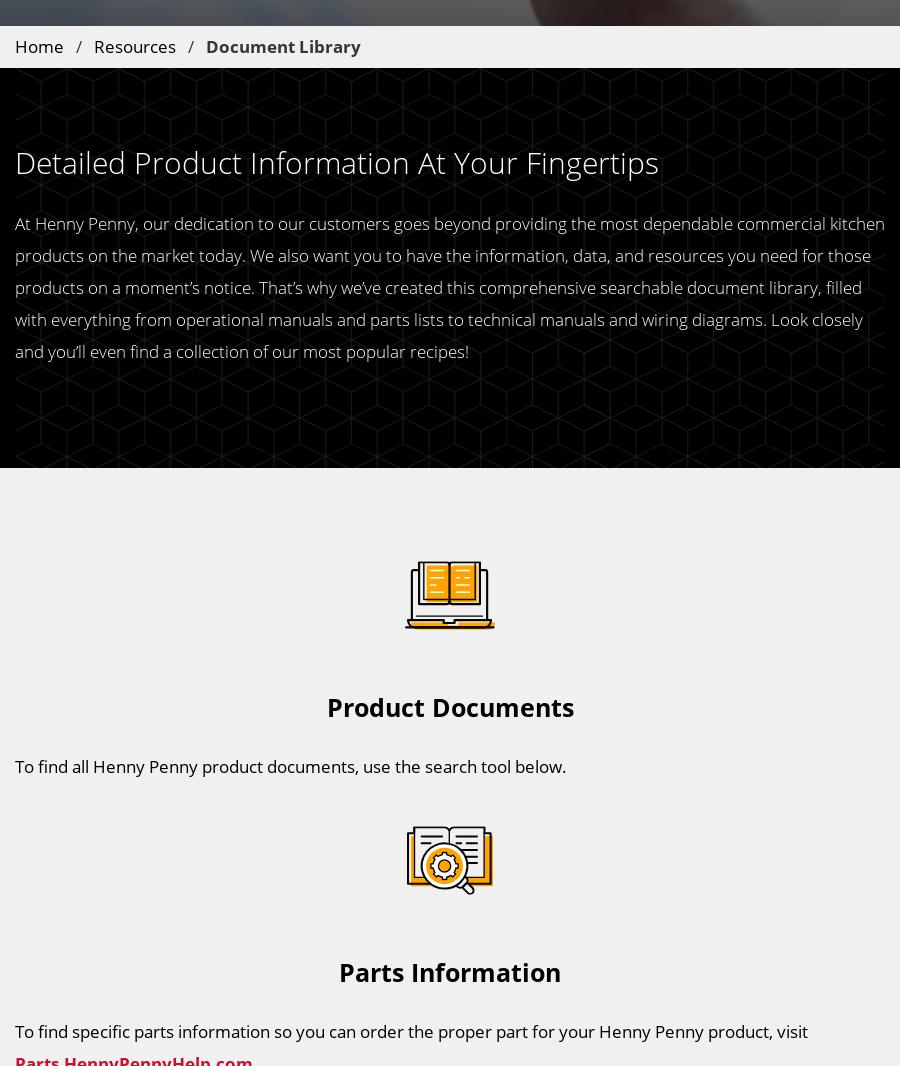 This screenshot has height=1066, width=900. What do you see at coordinates (289, 764) in the screenshot?
I see `'To find all Henny Penny product documents, use the search tool below.'` at bounding box center [289, 764].